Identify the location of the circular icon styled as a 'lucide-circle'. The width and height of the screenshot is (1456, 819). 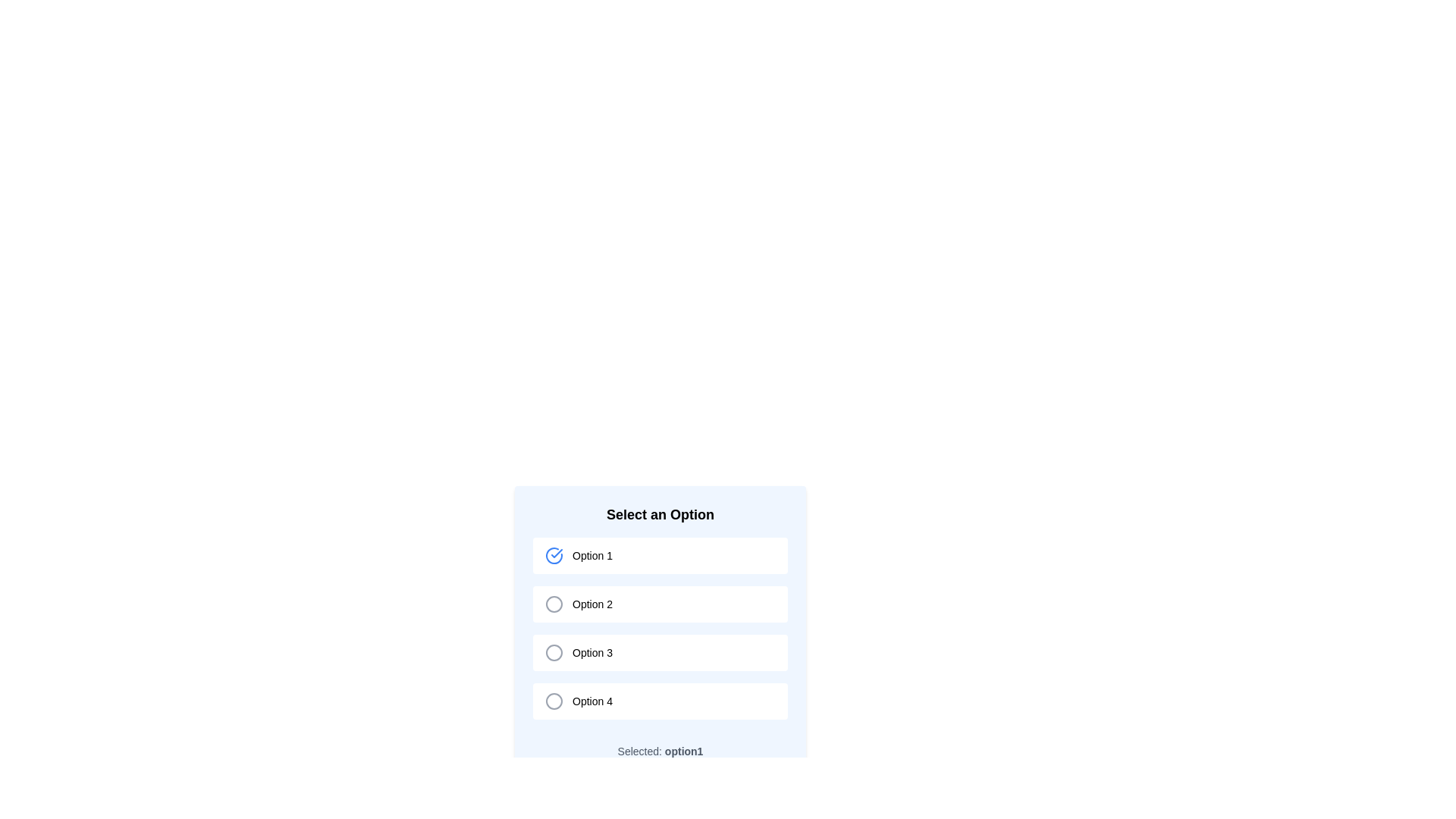
(553, 651).